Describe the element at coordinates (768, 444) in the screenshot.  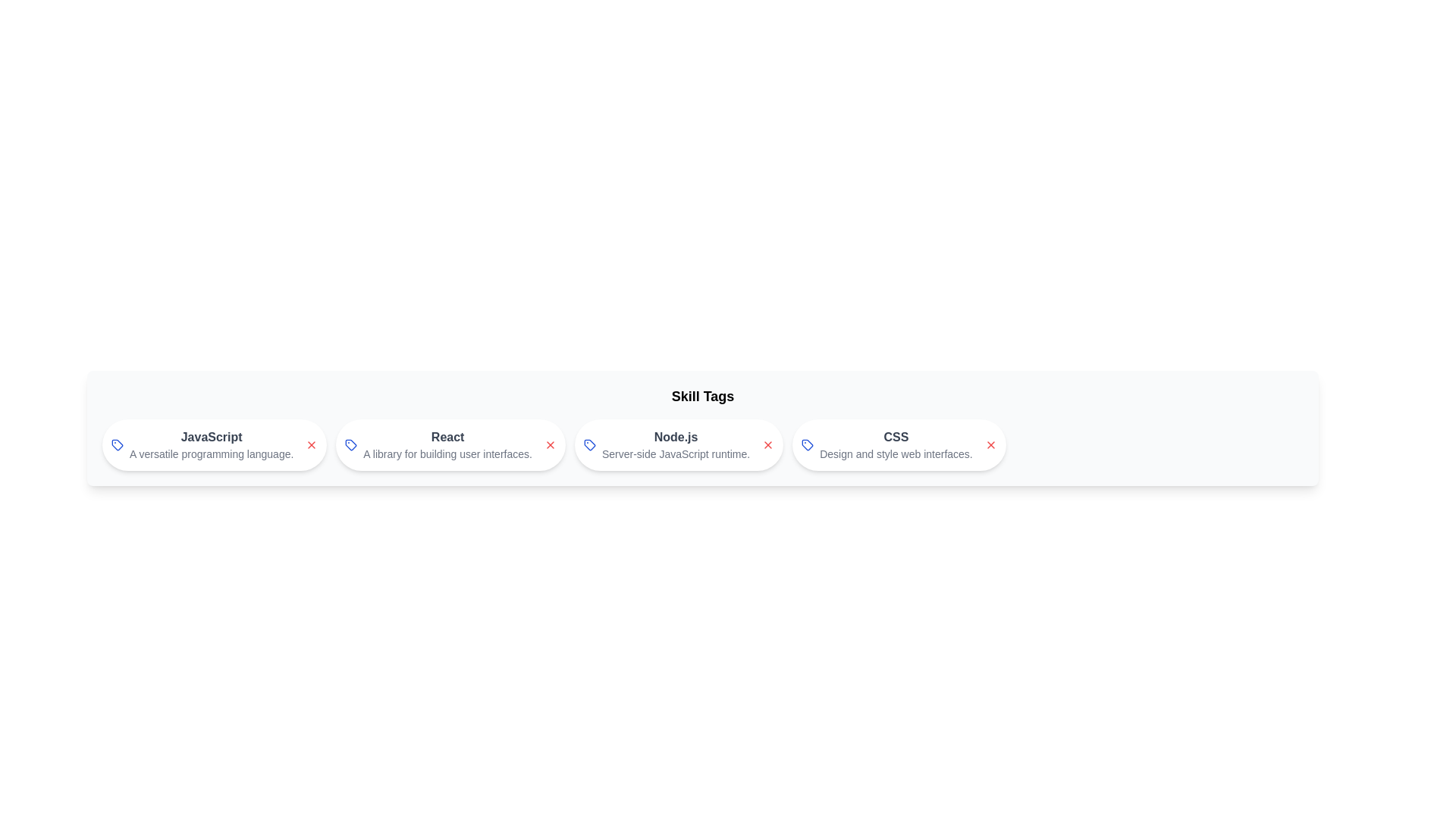
I see `close button of the skill chip labeled Node.js` at that location.